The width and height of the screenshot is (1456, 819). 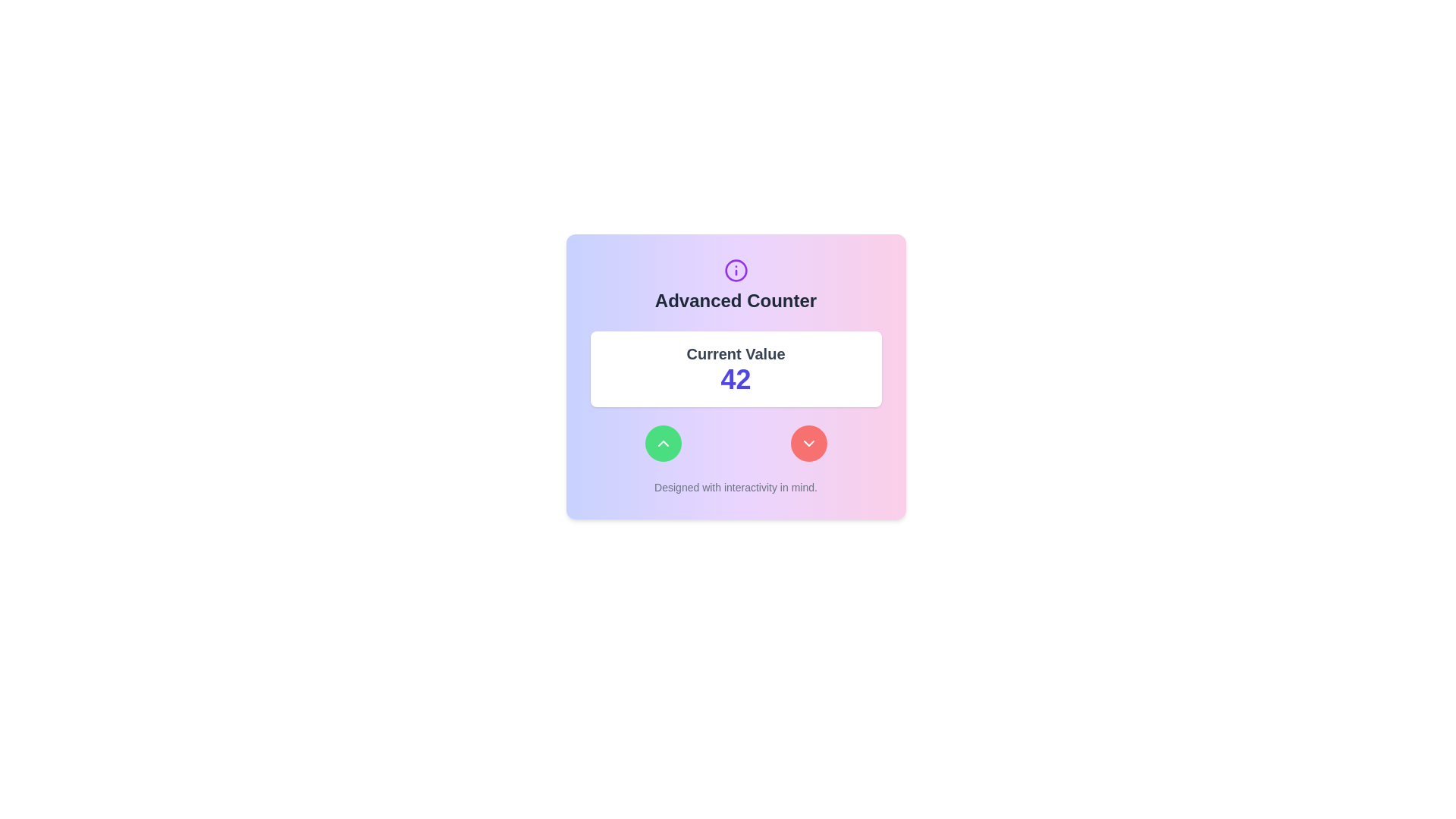 What do you see at coordinates (663, 444) in the screenshot?
I see `the Button icon (Upward arrow) located within the green circular button at the bottom-left of the central card, aligned with the text 'Current Value 42'` at bounding box center [663, 444].